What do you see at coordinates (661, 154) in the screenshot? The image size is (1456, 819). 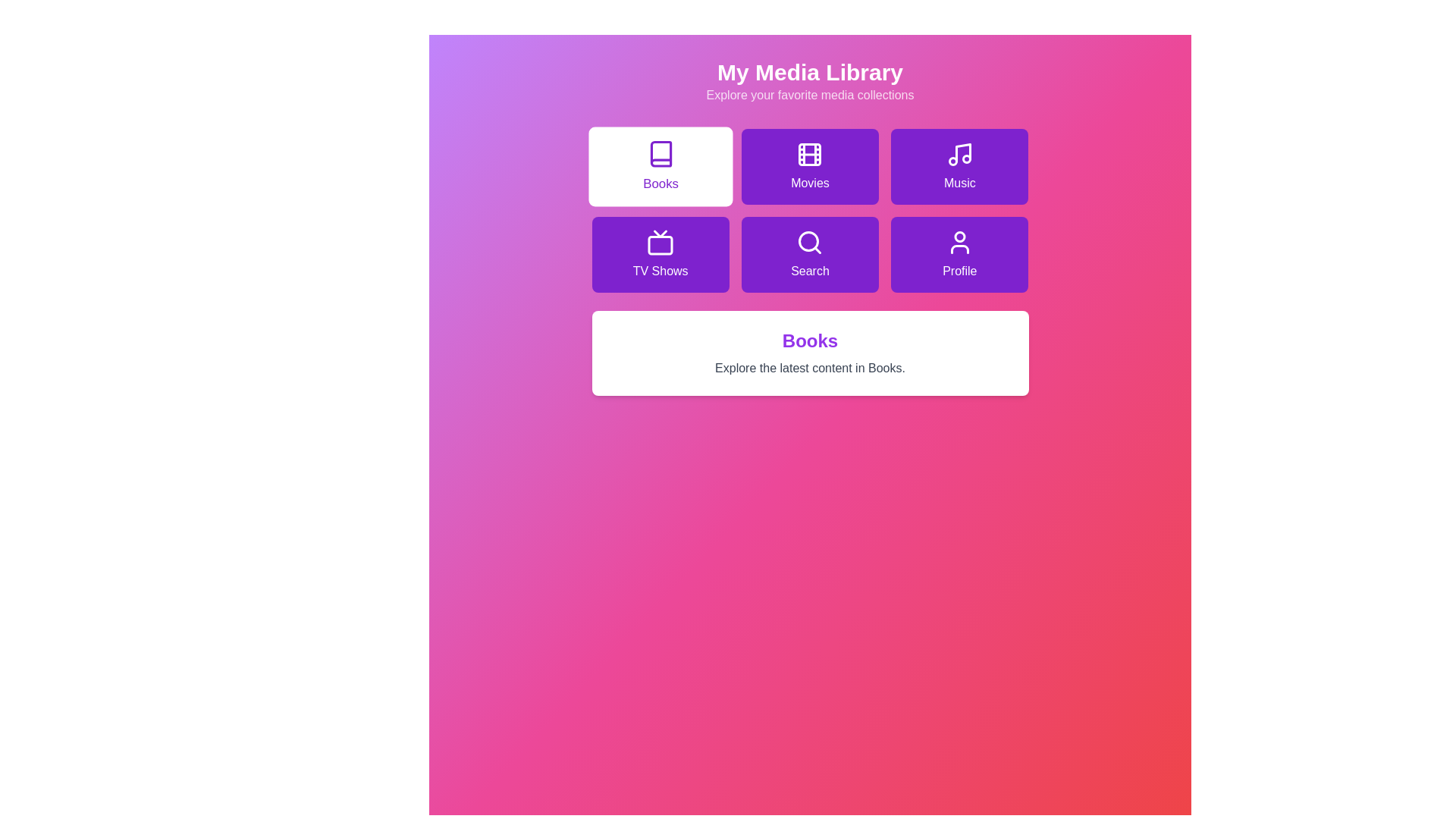 I see `the book icon with a purple outline located above the 'Books' text in the top-left grid of options` at bounding box center [661, 154].